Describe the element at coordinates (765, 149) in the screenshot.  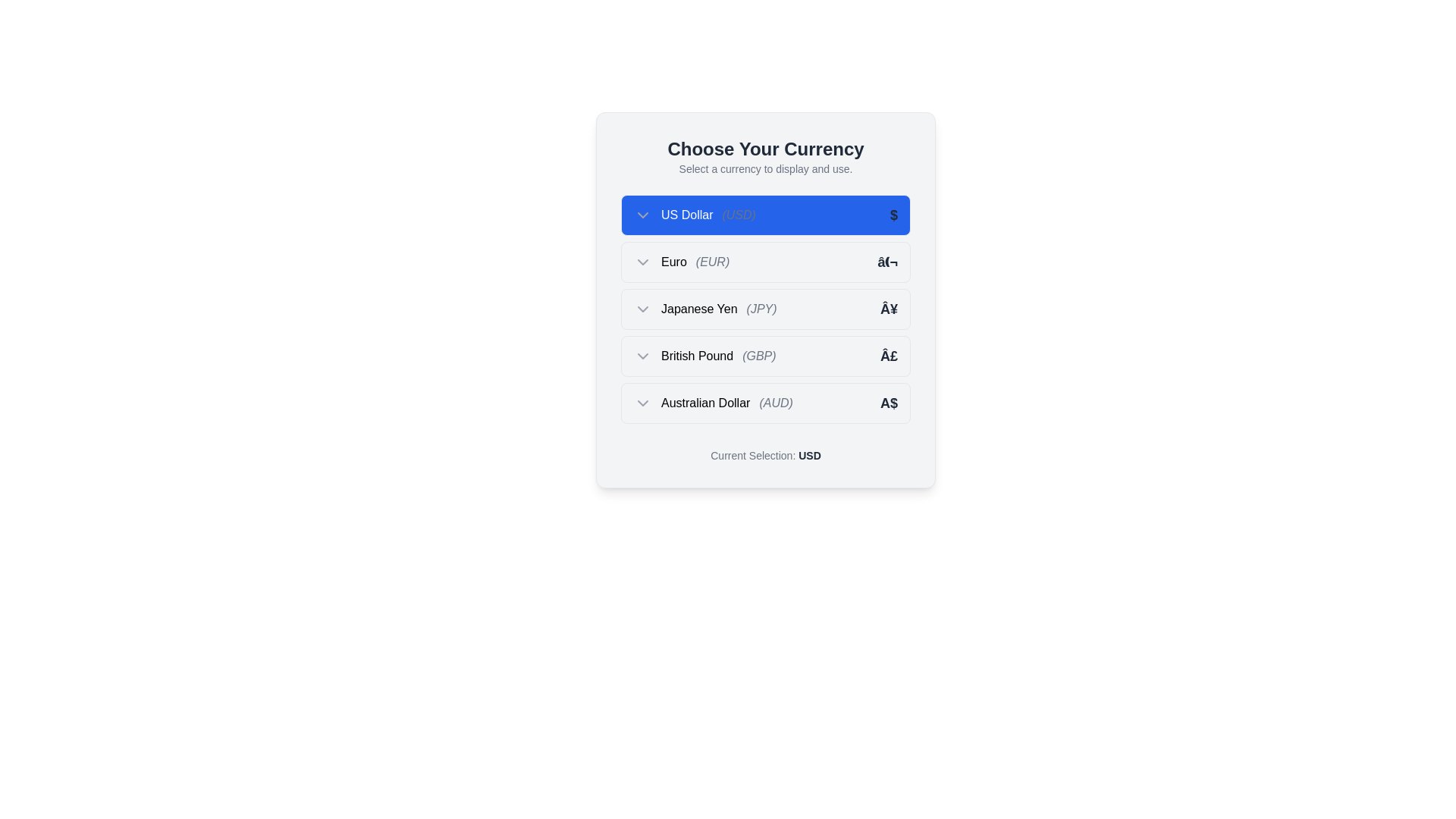
I see `the Header text that indicates the purpose of the currency selection section, located centrally above the descriptive text` at that location.